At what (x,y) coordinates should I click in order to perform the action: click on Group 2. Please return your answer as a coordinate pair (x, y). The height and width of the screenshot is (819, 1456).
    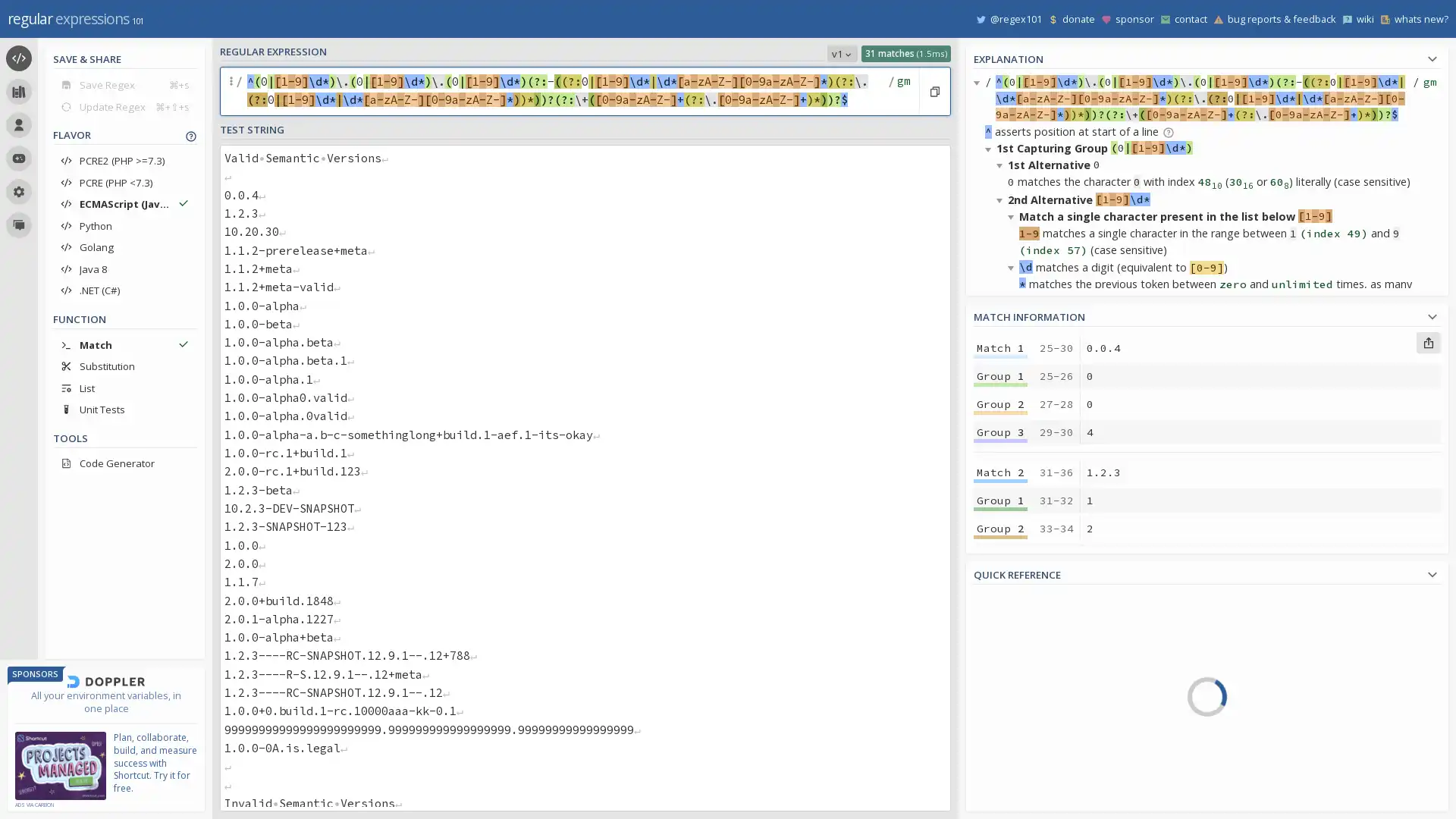
    Looking at the image, I should click on (1000, 777).